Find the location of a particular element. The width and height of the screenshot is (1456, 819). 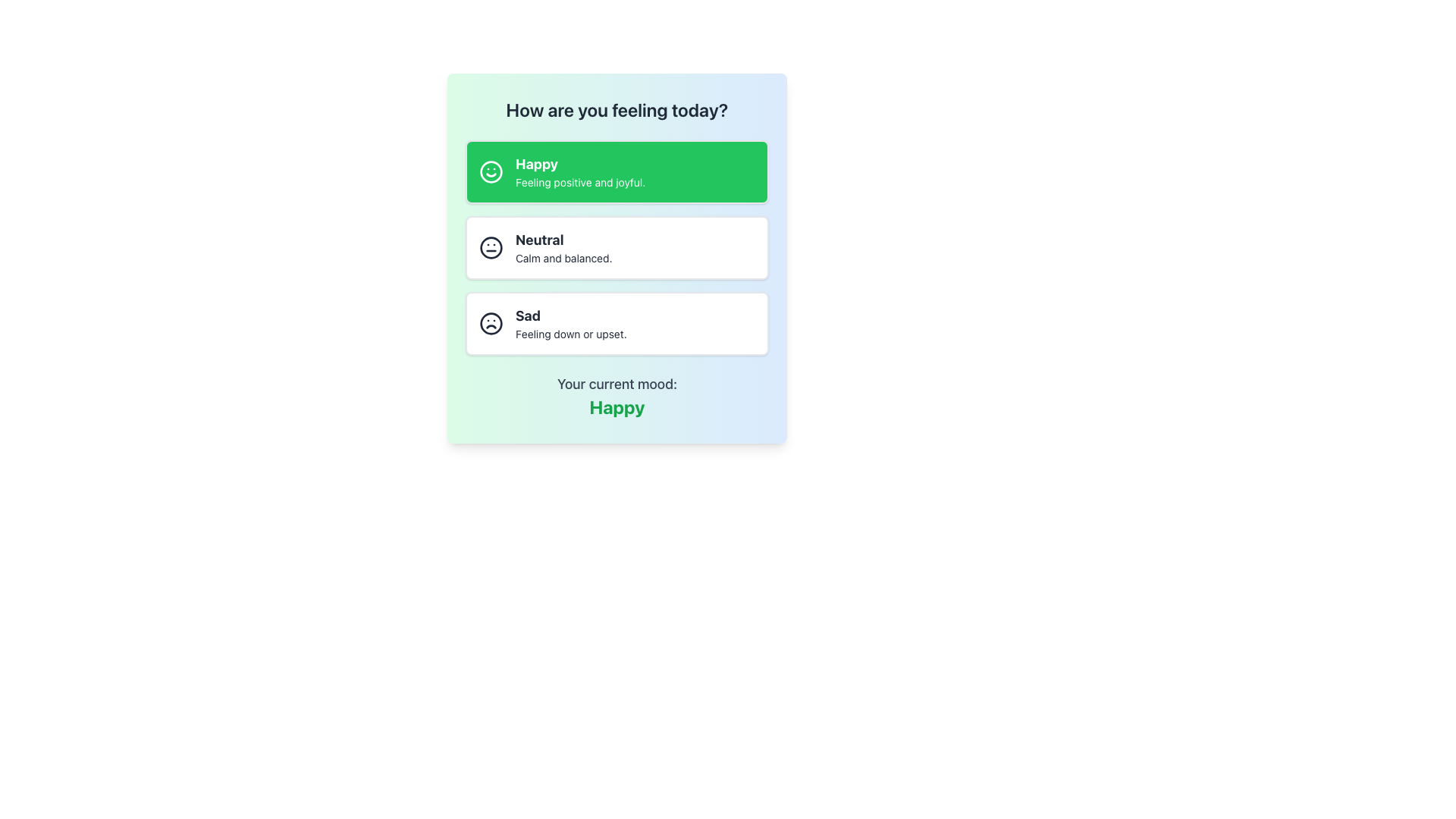

text of the 'Happy' mood option in the first selectable button of the mood choices list, which provides a title and description for users is located at coordinates (579, 171).